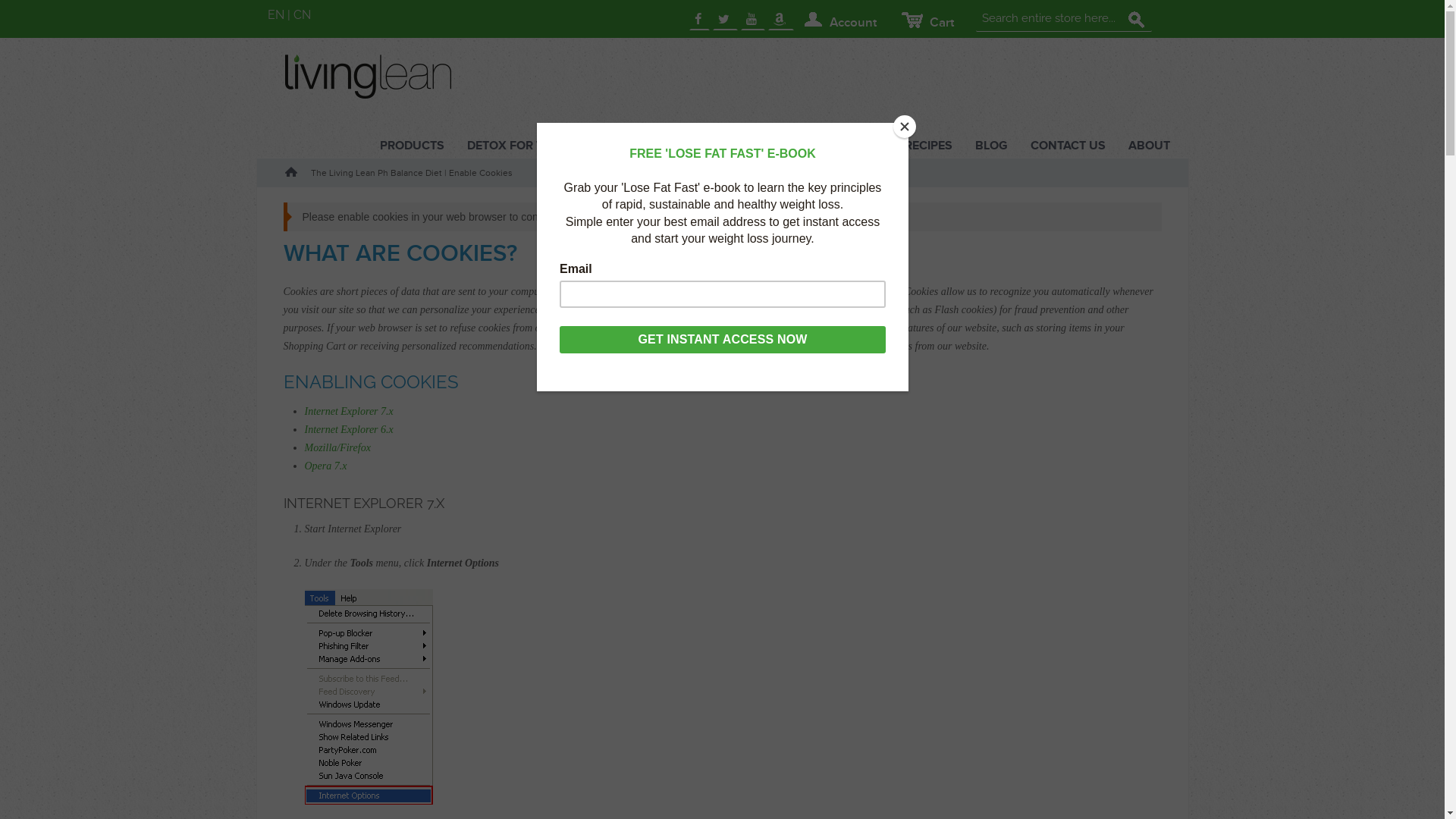  What do you see at coordinates (275, 14) in the screenshot?
I see `'EN'` at bounding box center [275, 14].